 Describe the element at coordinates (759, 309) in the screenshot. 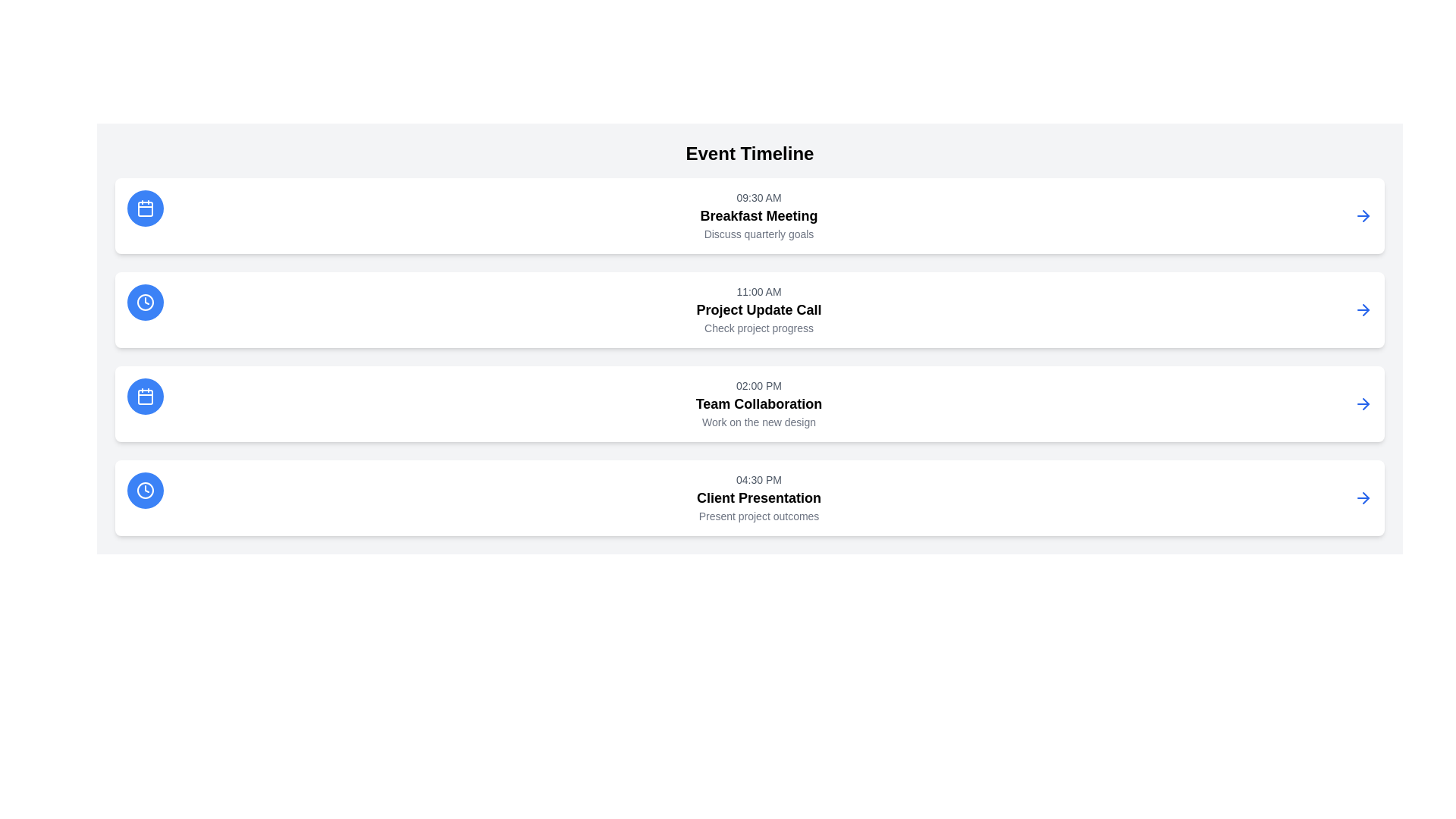

I see `the scheduled event UI card component, which is the second item in the vertical list on the central white board, positioned between 'Breakfast Meeting' and 'Team Collaboration'` at that location.